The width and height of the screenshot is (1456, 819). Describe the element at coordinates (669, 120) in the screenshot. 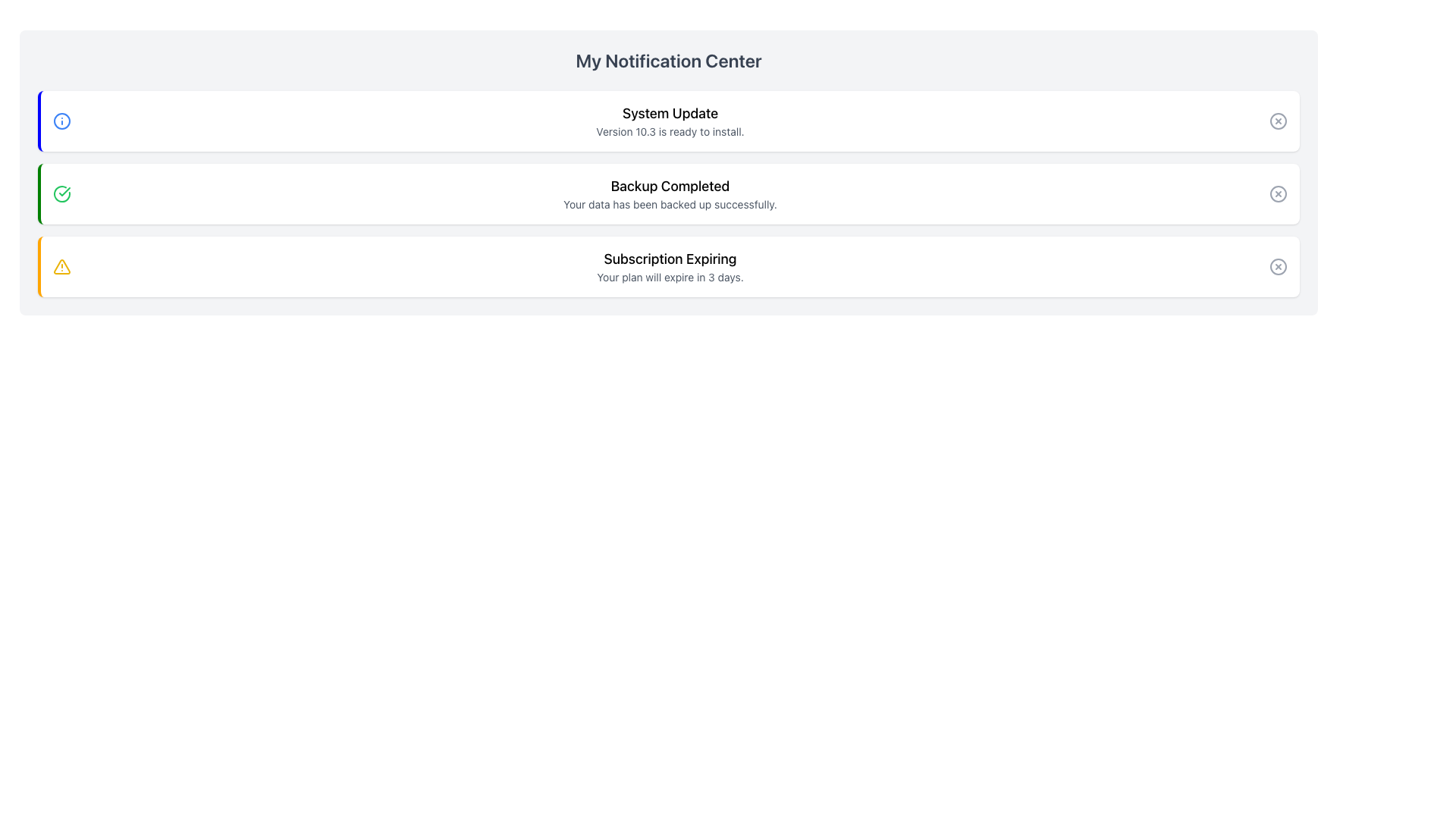

I see `the text label that provides information about a system update, located at the center of the first section in the notification list` at that location.